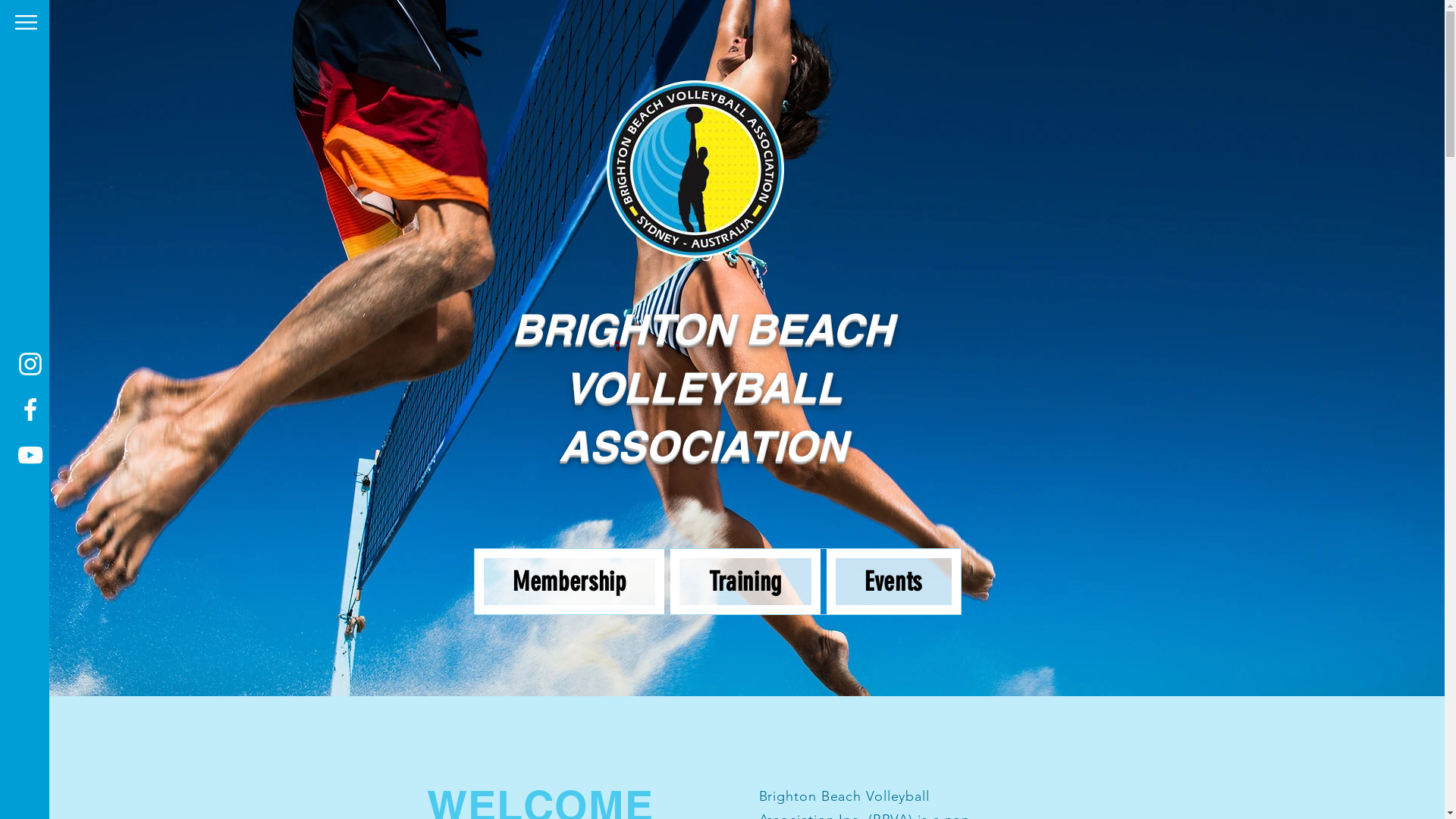  I want to click on 'Membership', so click(569, 581).